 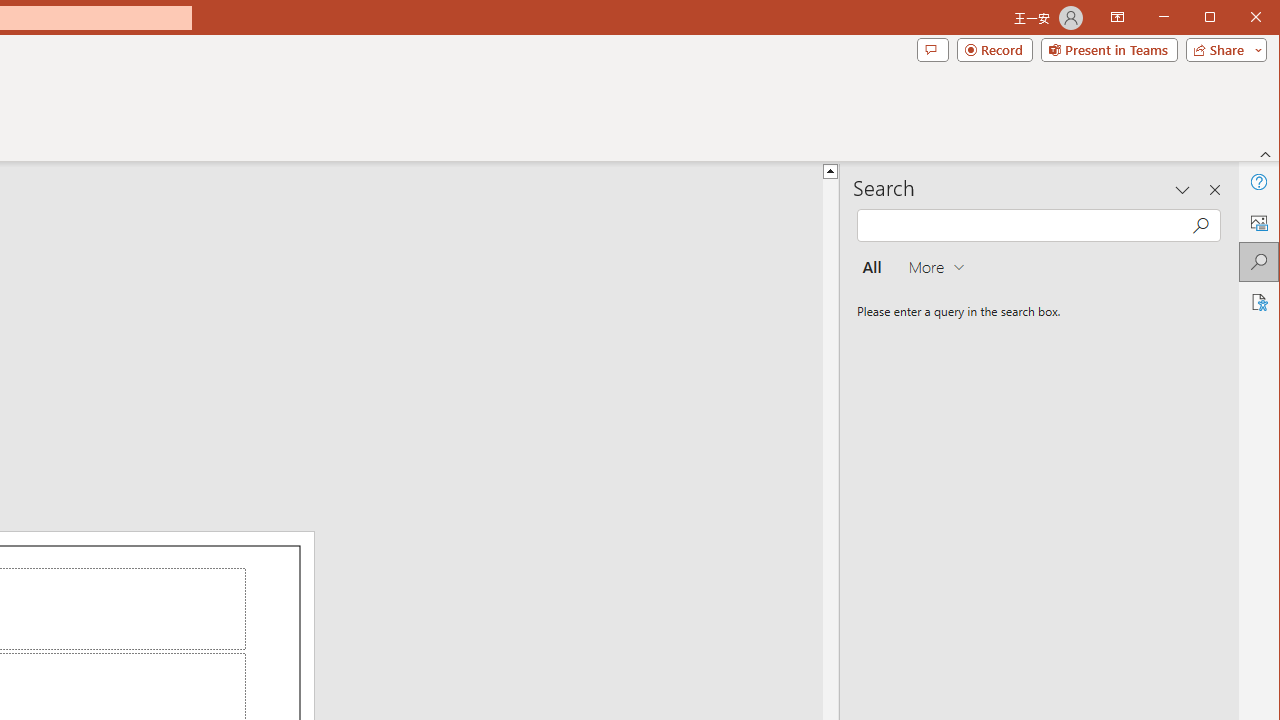 I want to click on 'Alt Text', so click(x=1257, y=222).